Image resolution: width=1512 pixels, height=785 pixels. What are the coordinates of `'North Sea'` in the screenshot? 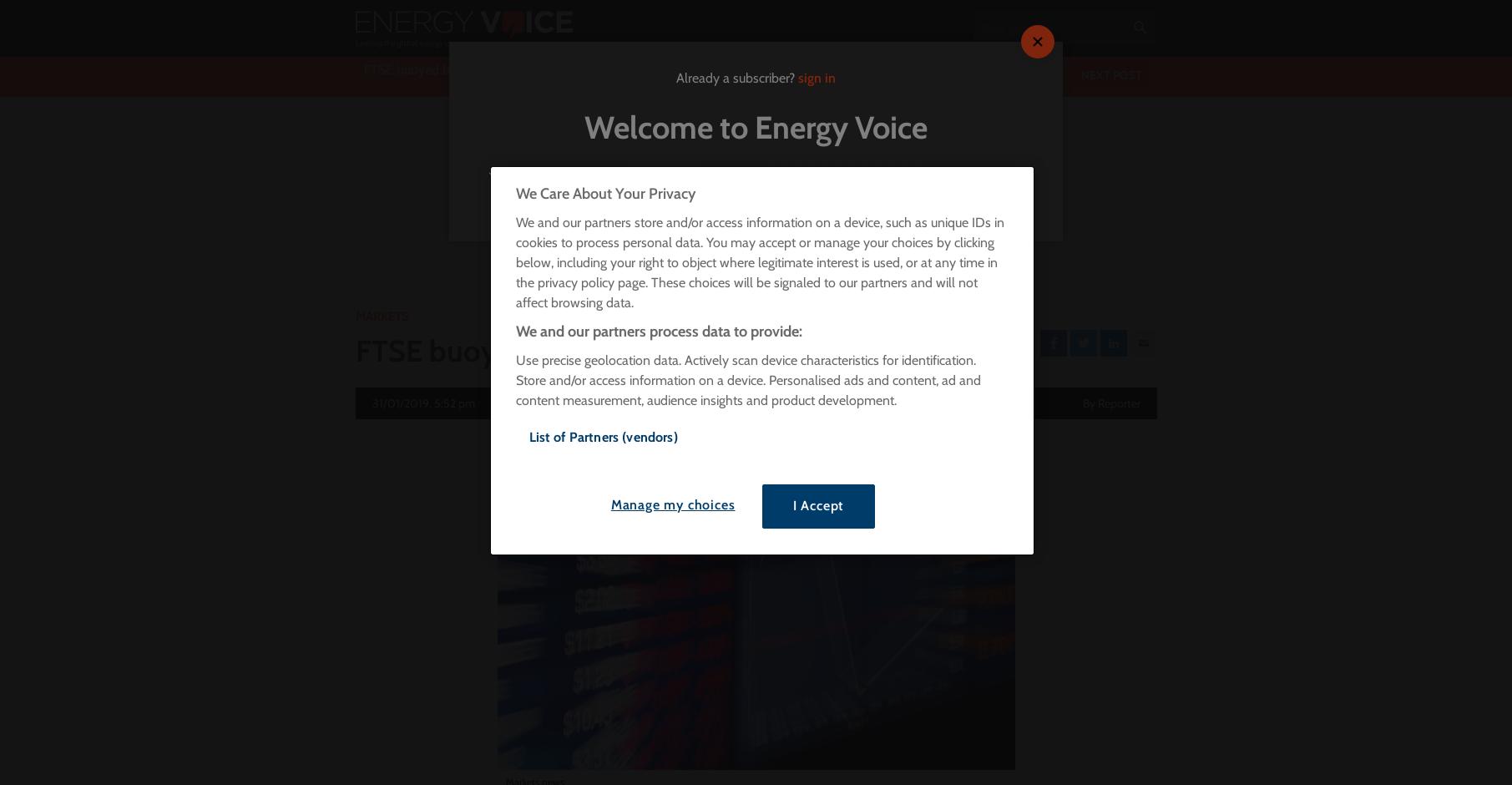 It's located at (776, 193).